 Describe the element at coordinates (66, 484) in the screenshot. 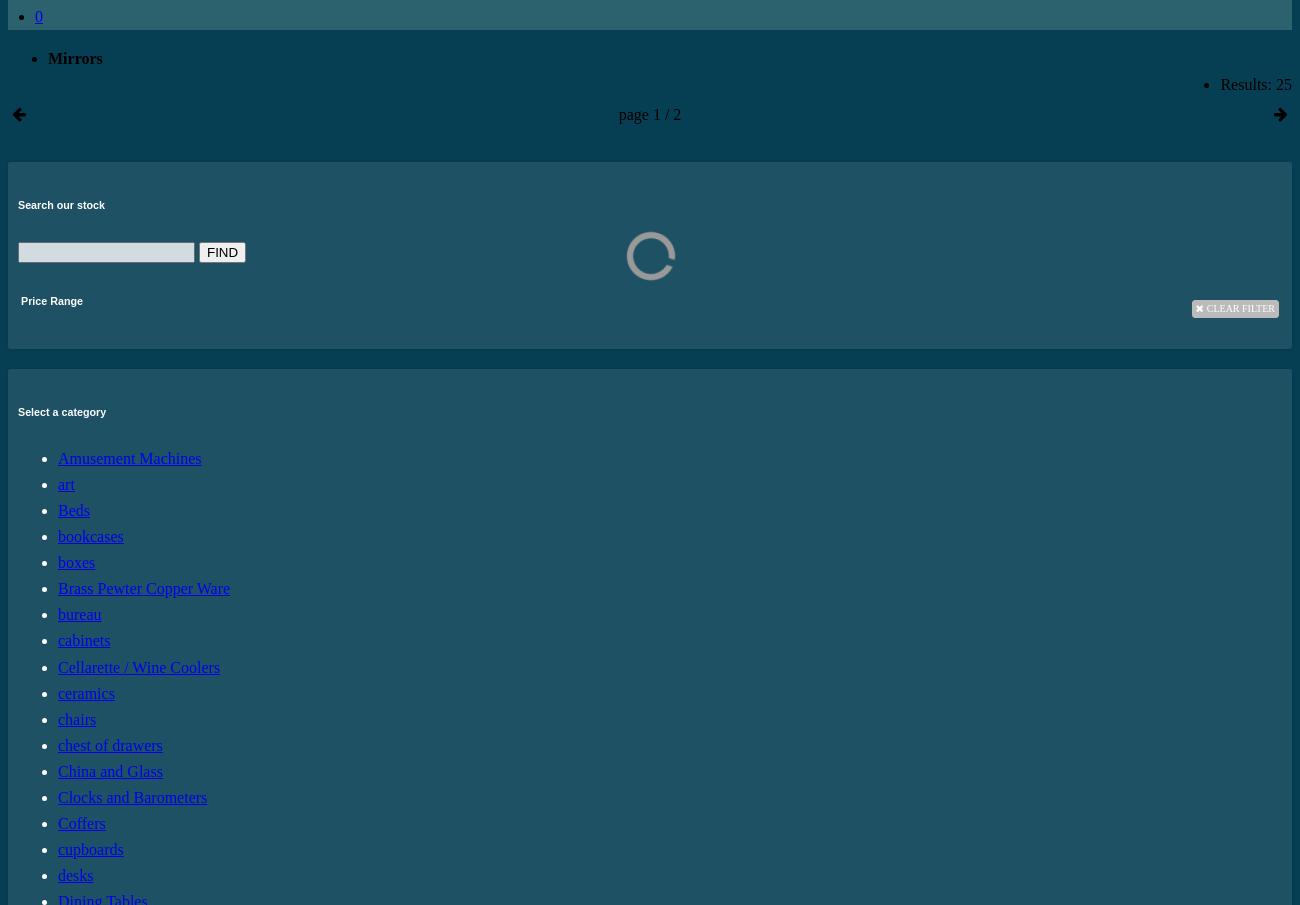

I see `'art'` at that location.